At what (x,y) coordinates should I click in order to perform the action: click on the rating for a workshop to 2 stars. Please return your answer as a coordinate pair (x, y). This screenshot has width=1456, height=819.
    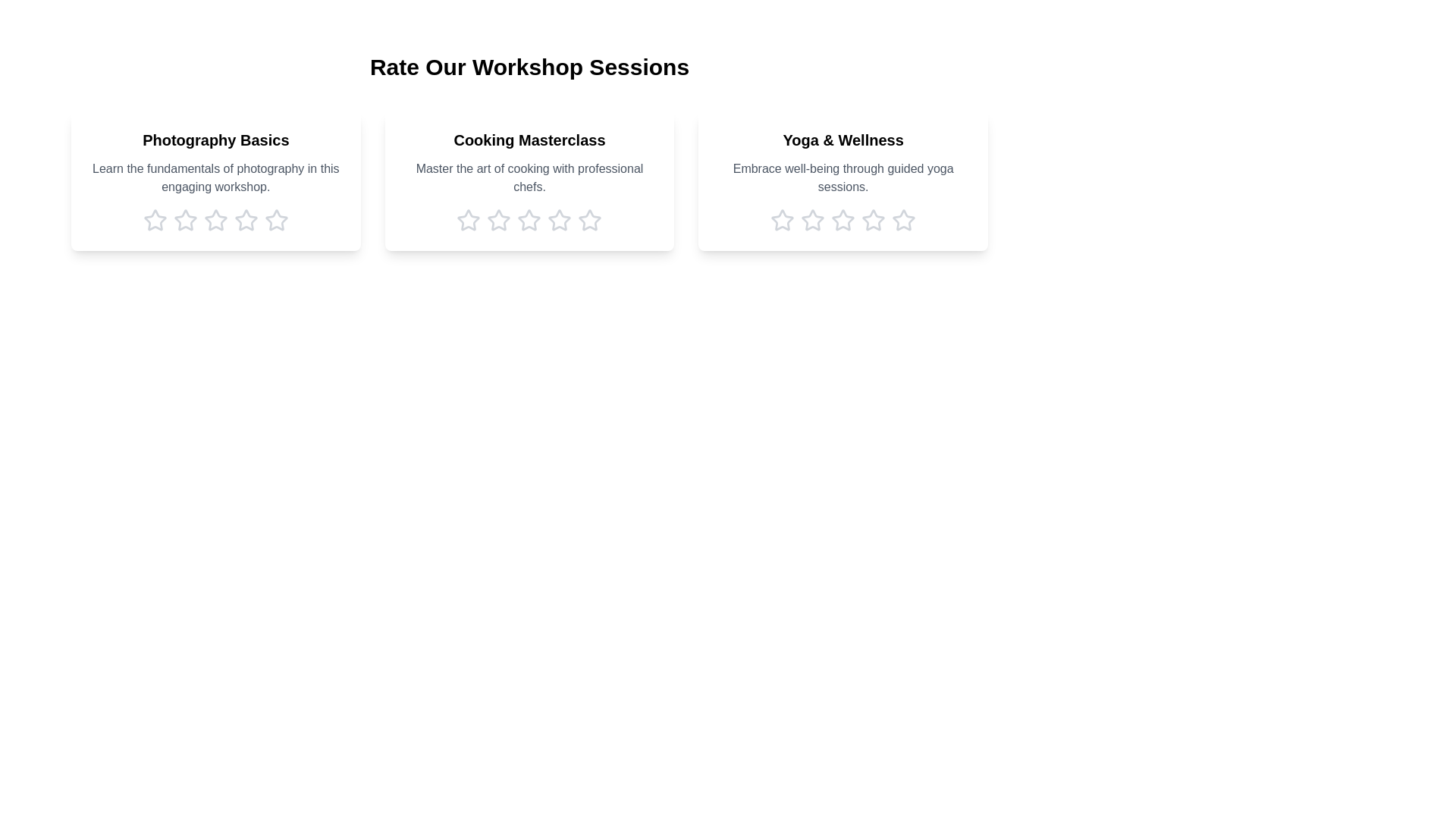
    Looking at the image, I should click on (184, 220).